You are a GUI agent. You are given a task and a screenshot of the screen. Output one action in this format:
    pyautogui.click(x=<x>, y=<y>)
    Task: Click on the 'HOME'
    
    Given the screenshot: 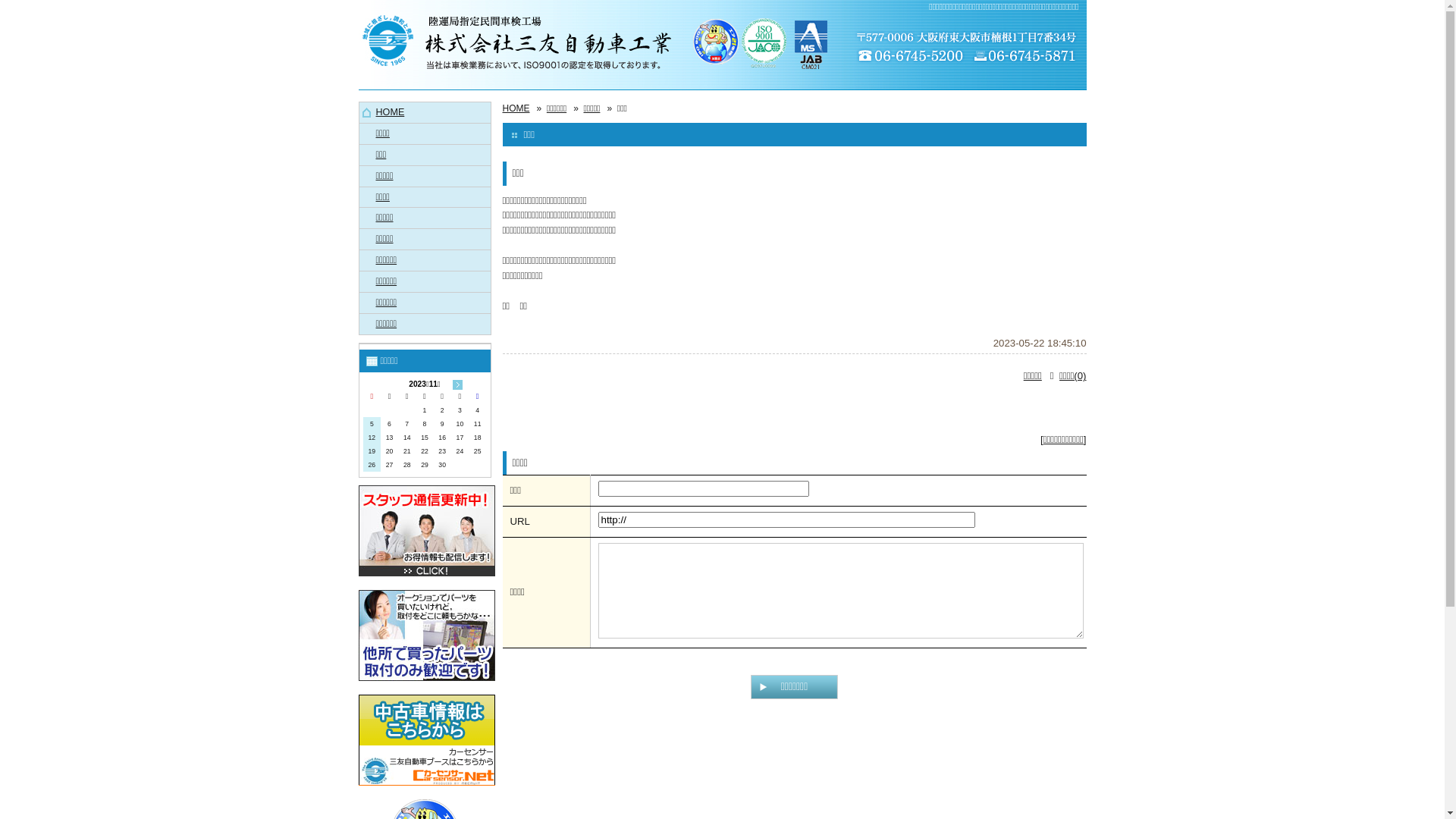 What is the action you would take?
    pyautogui.click(x=359, y=111)
    